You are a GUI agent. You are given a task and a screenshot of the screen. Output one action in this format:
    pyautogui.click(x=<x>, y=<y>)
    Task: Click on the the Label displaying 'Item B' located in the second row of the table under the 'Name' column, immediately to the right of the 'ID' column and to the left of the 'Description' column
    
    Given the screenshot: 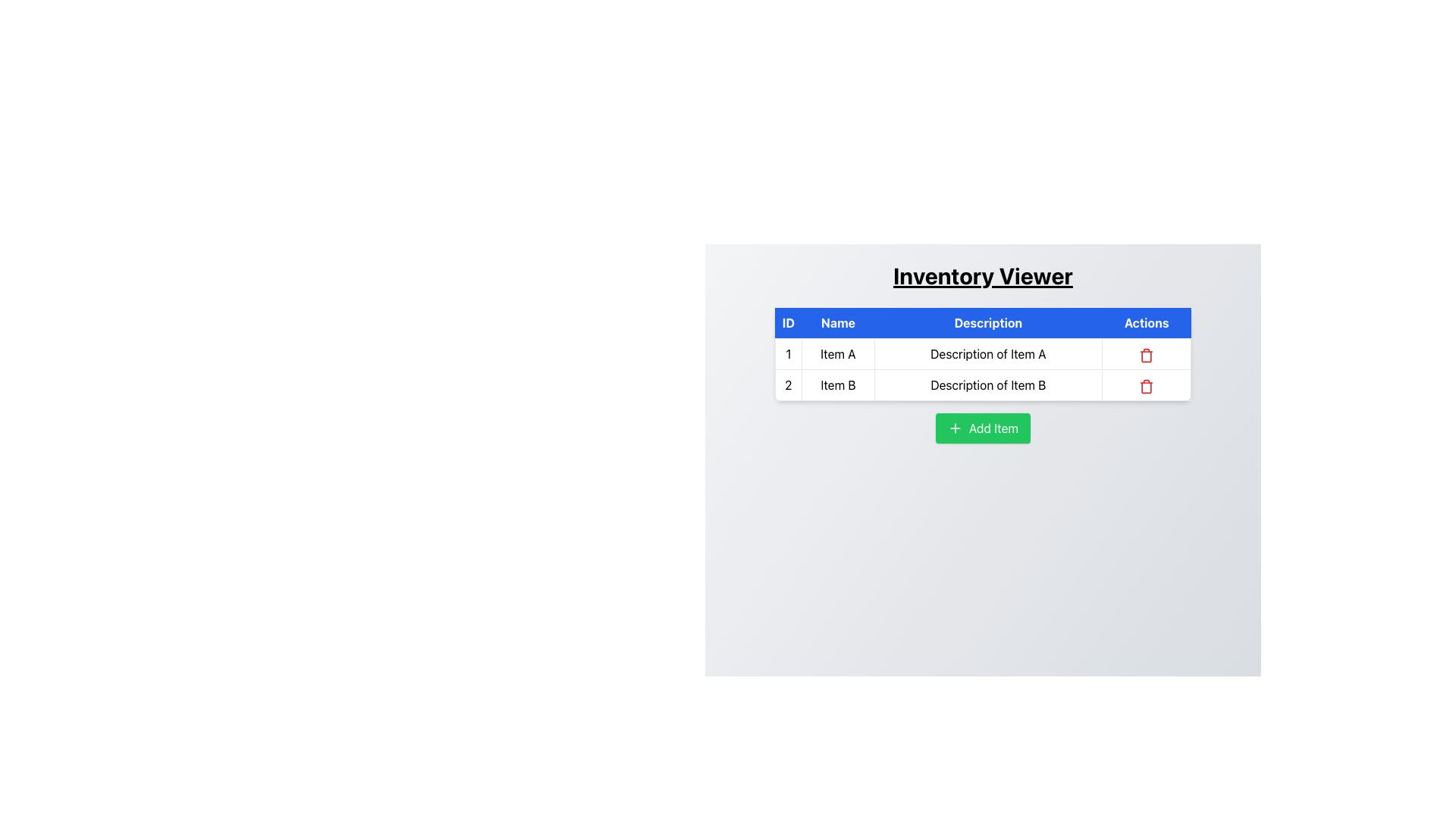 What is the action you would take?
    pyautogui.click(x=837, y=384)
    